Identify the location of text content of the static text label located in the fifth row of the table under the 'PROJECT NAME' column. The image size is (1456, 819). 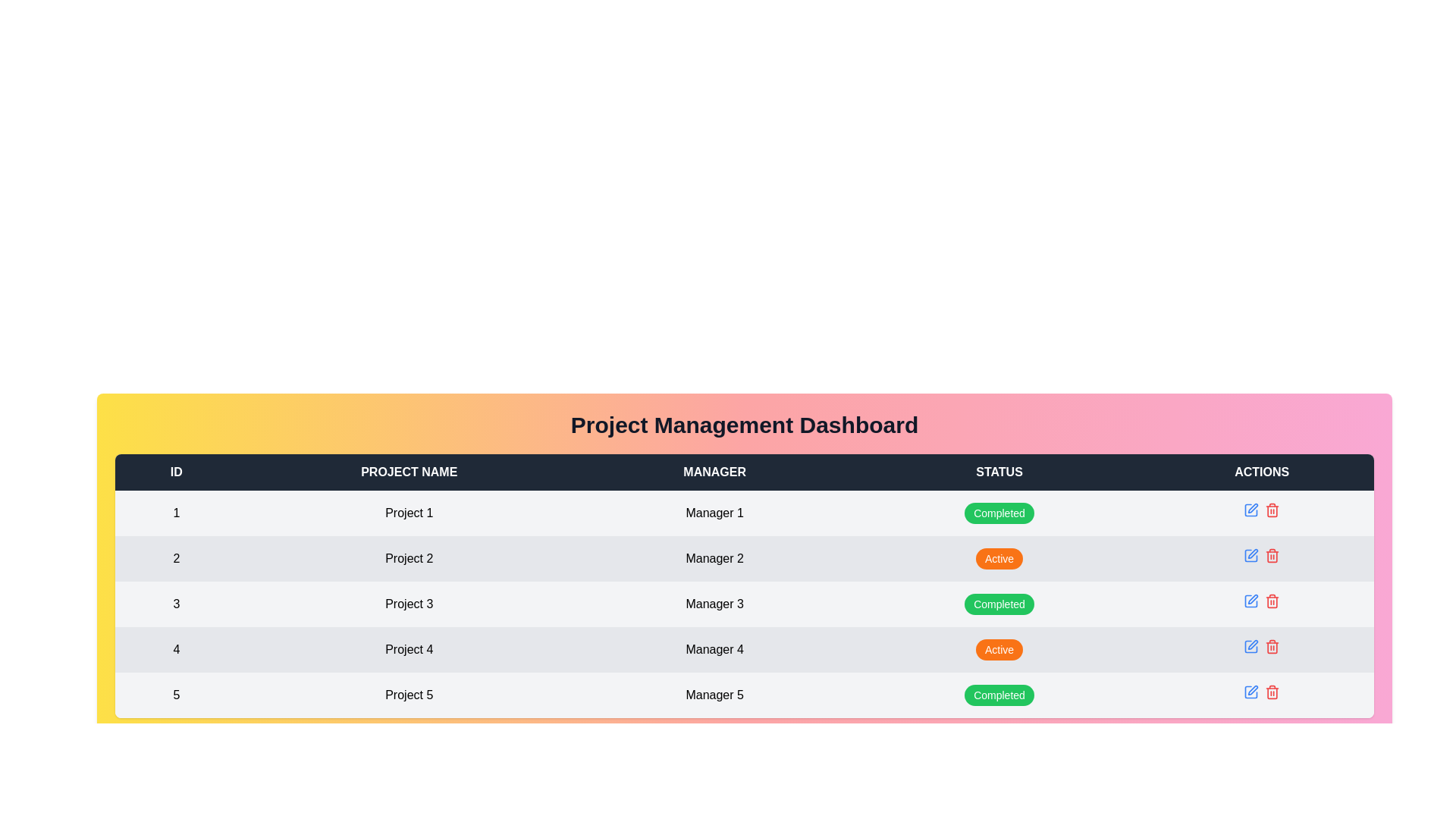
(409, 695).